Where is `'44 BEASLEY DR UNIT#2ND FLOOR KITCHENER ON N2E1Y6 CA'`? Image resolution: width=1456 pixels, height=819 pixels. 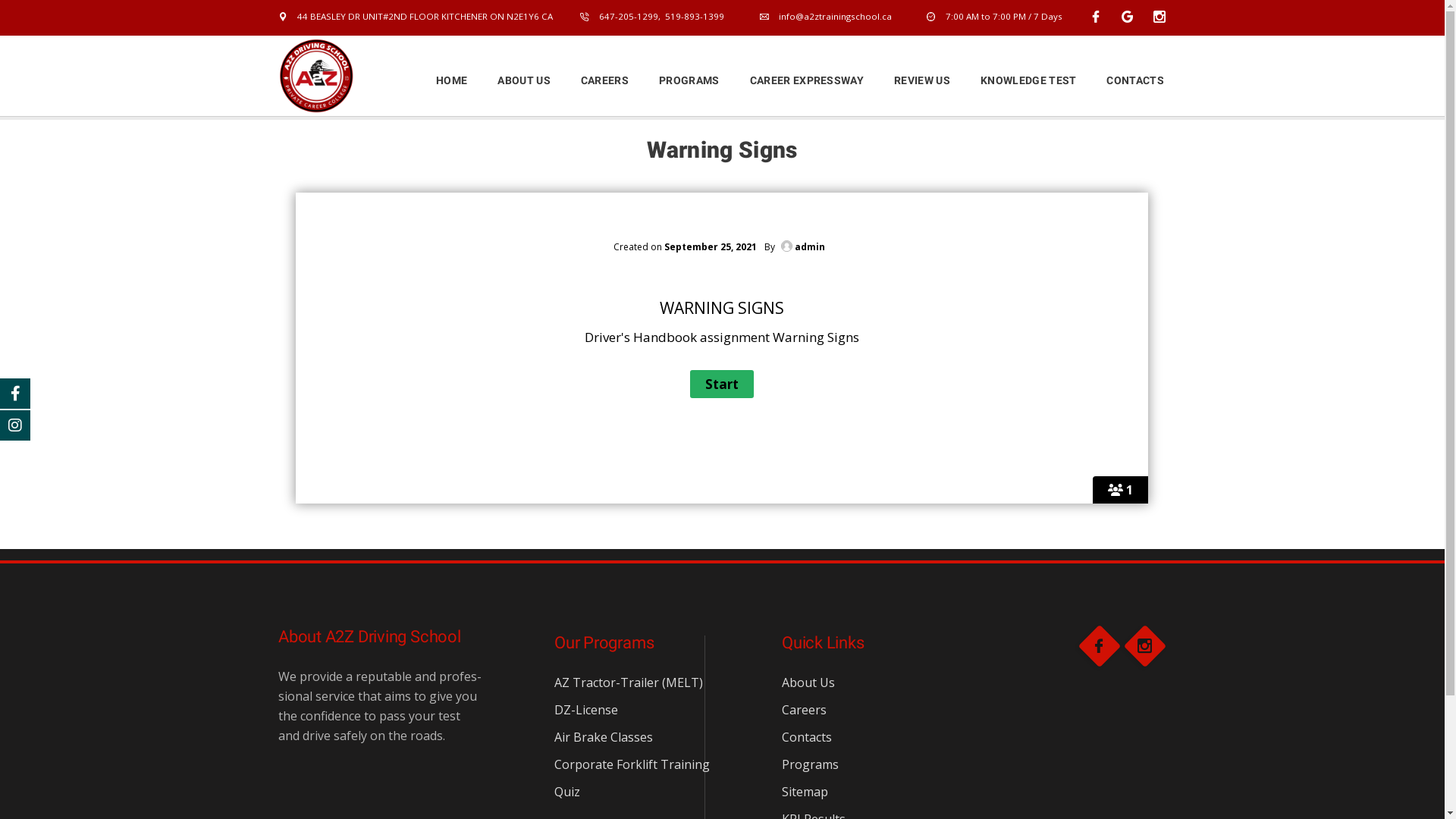
'44 BEASLEY DR UNIT#2ND FLOOR KITCHENER ON N2E1Y6 CA' is located at coordinates (415, 16).